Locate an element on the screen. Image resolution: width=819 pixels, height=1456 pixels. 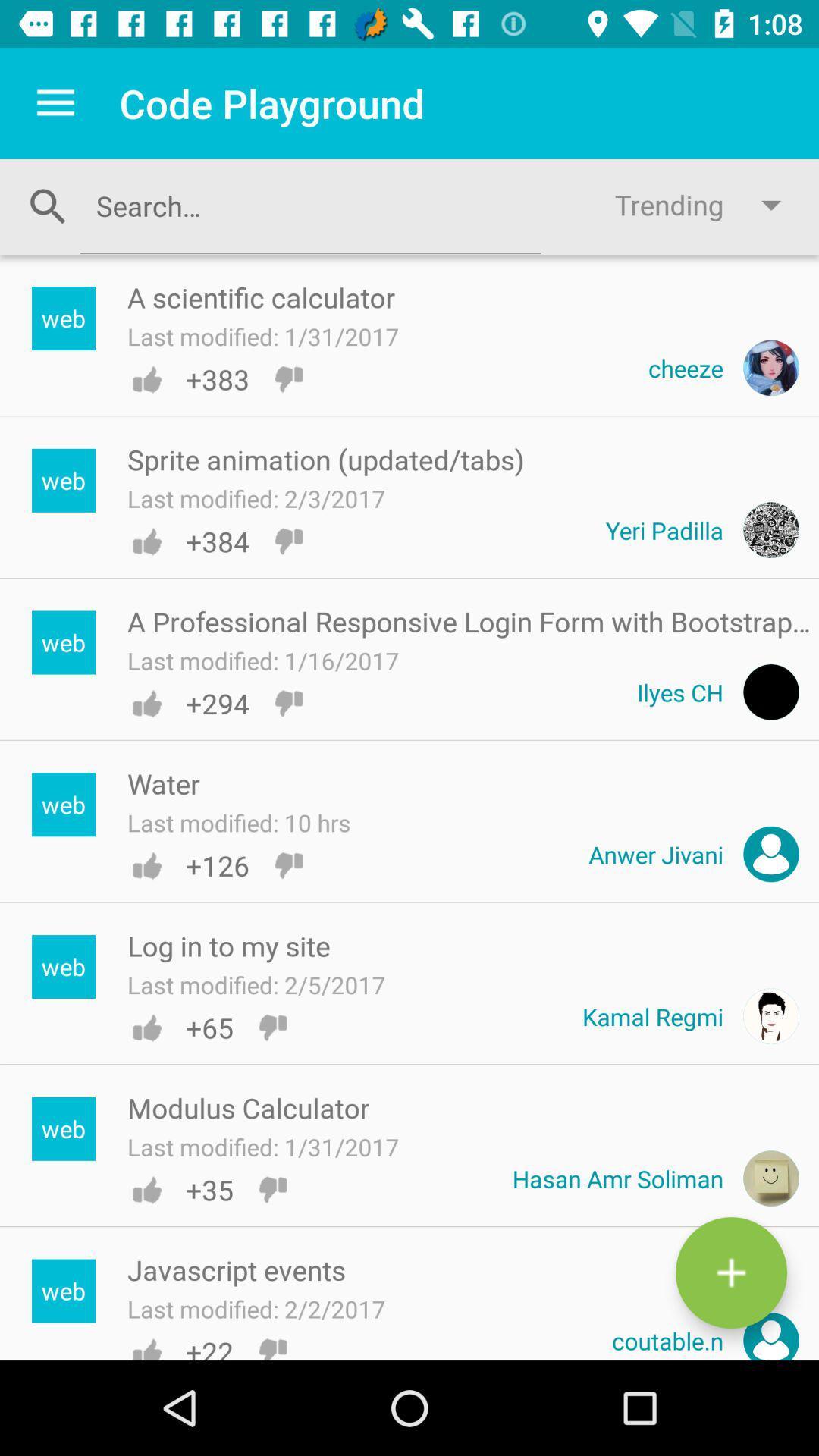
the add icon is located at coordinates (730, 1272).